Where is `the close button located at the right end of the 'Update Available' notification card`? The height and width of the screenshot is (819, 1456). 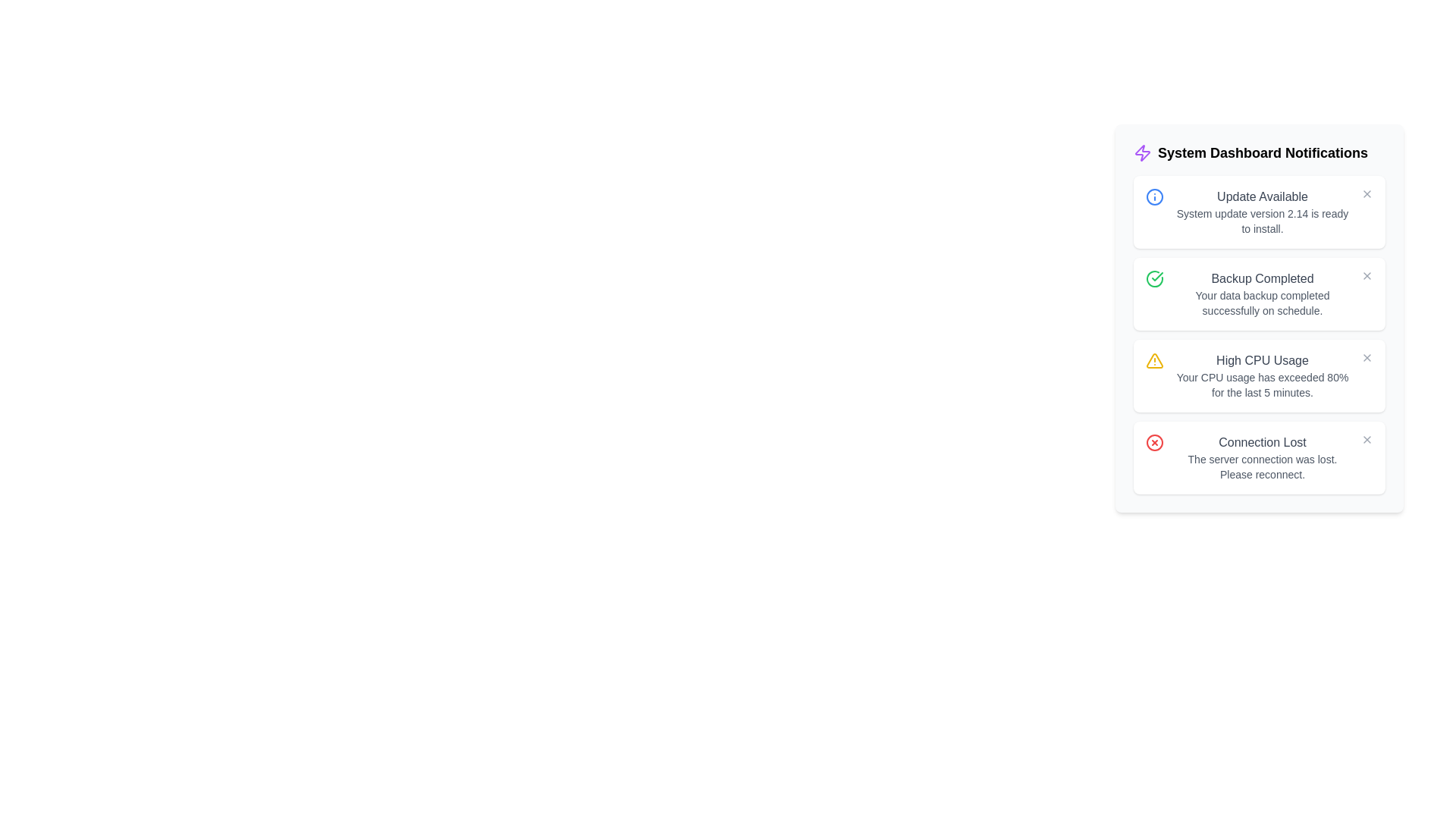
the close button located at the right end of the 'Update Available' notification card is located at coordinates (1367, 193).